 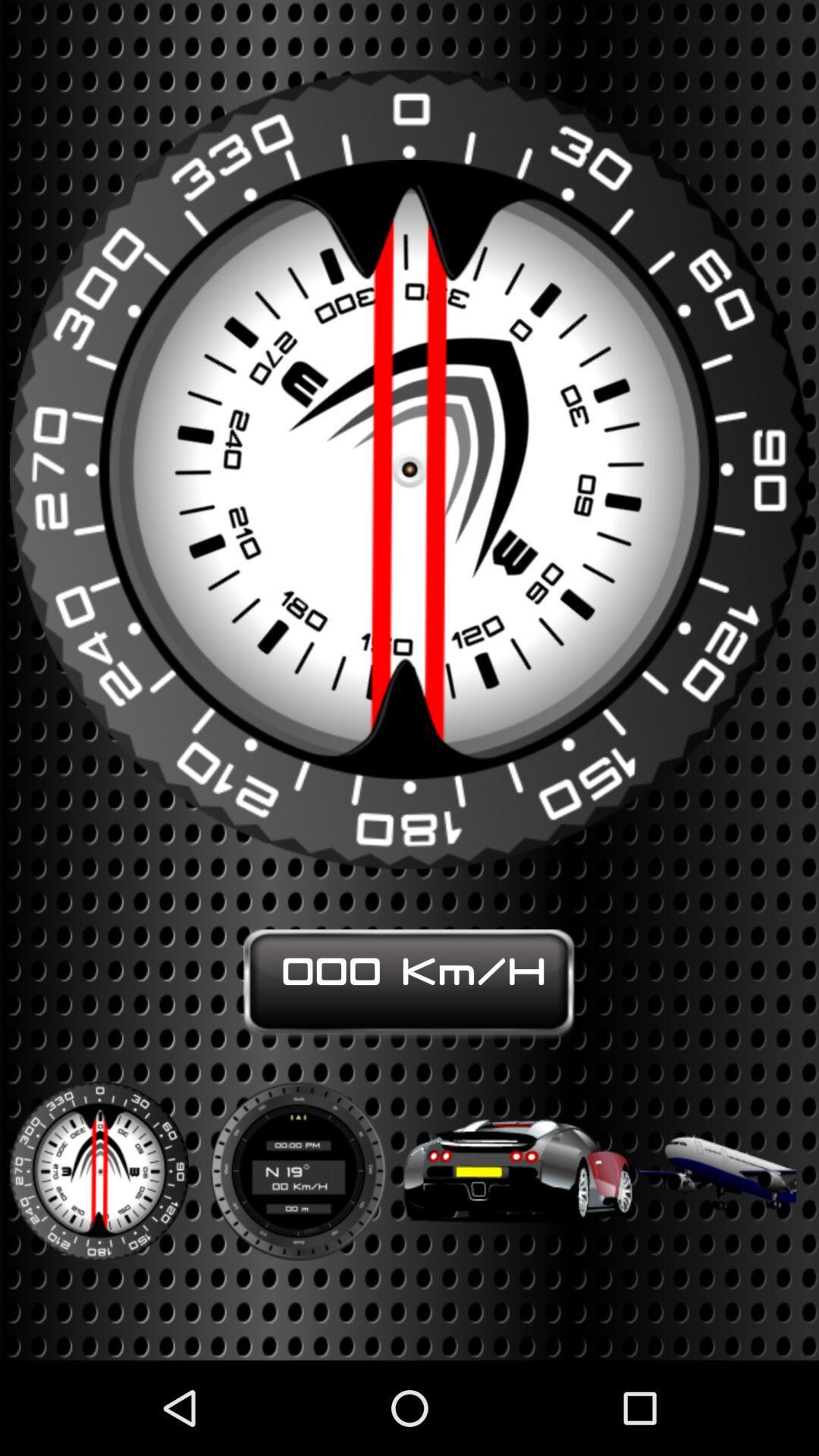 What do you see at coordinates (716, 1160) in the screenshot?
I see `the item at the bottom right corner` at bounding box center [716, 1160].